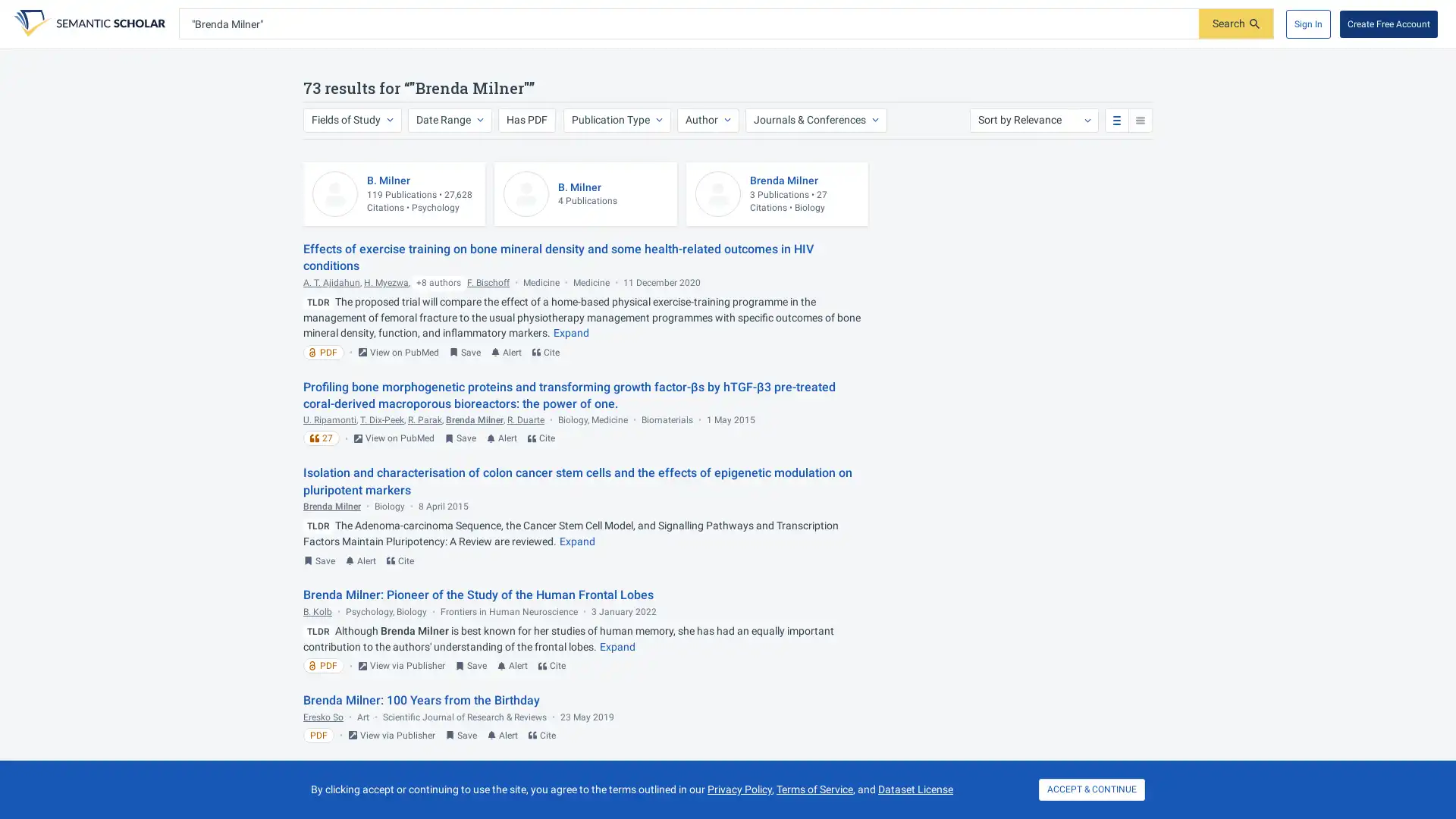 This screenshot has width=1456, height=819. Describe the element at coordinates (318, 560) in the screenshot. I see `Save to Library` at that location.